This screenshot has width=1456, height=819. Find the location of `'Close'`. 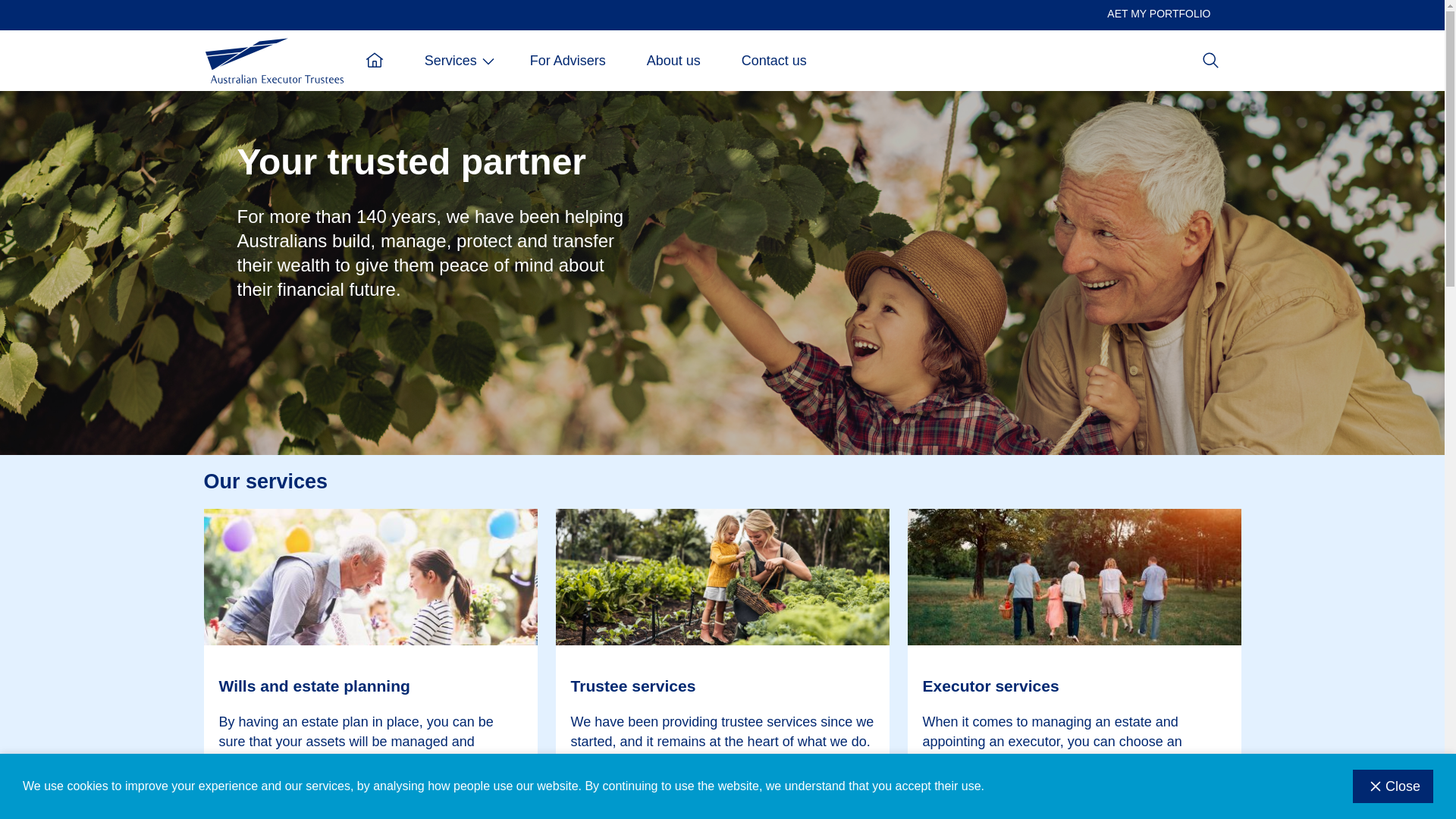

'Close' is located at coordinates (1353, 786).